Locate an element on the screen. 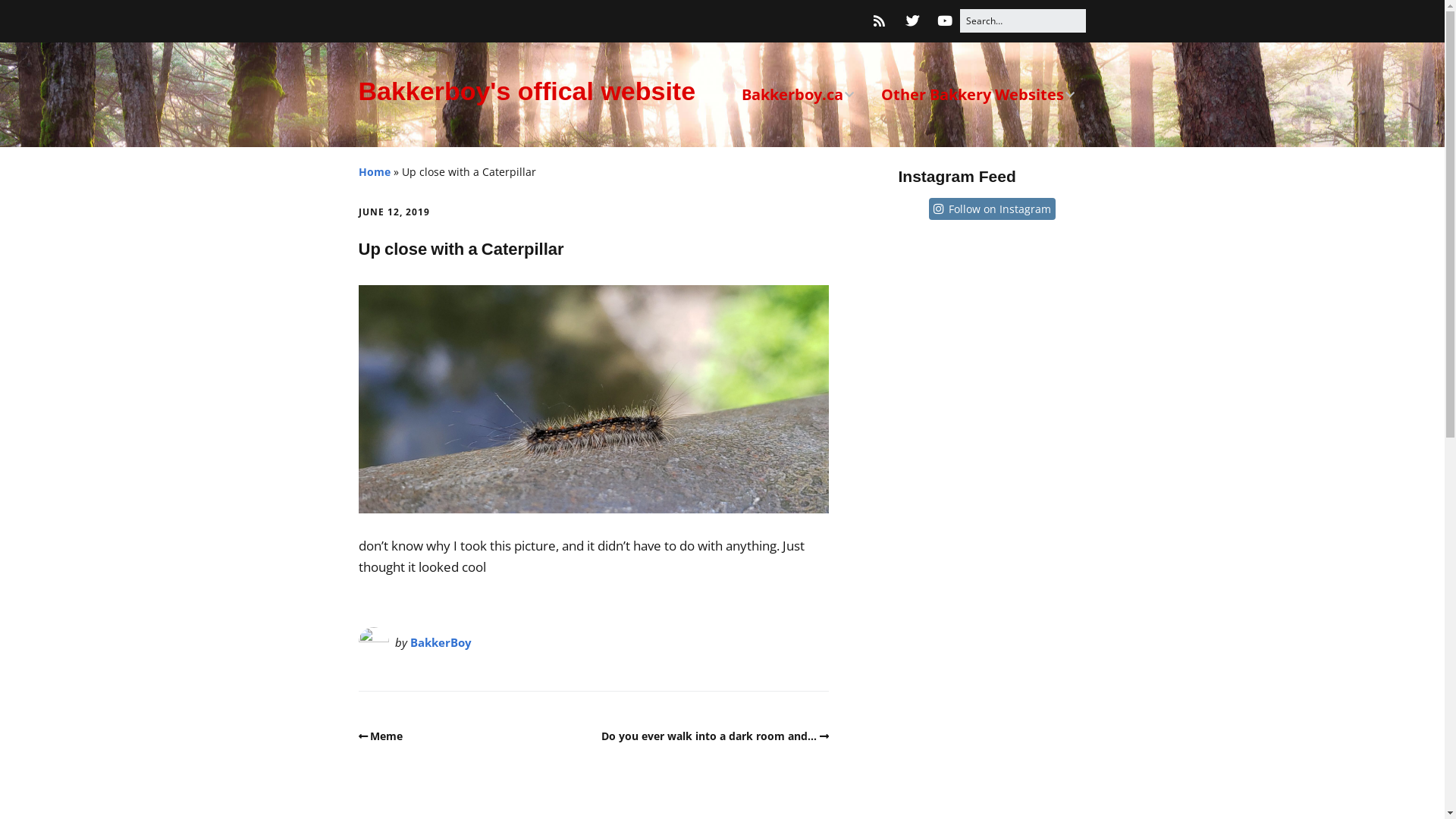 The width and height of the screenshot is (1456, 819). 'Home' is located at coordinates (374, 171).